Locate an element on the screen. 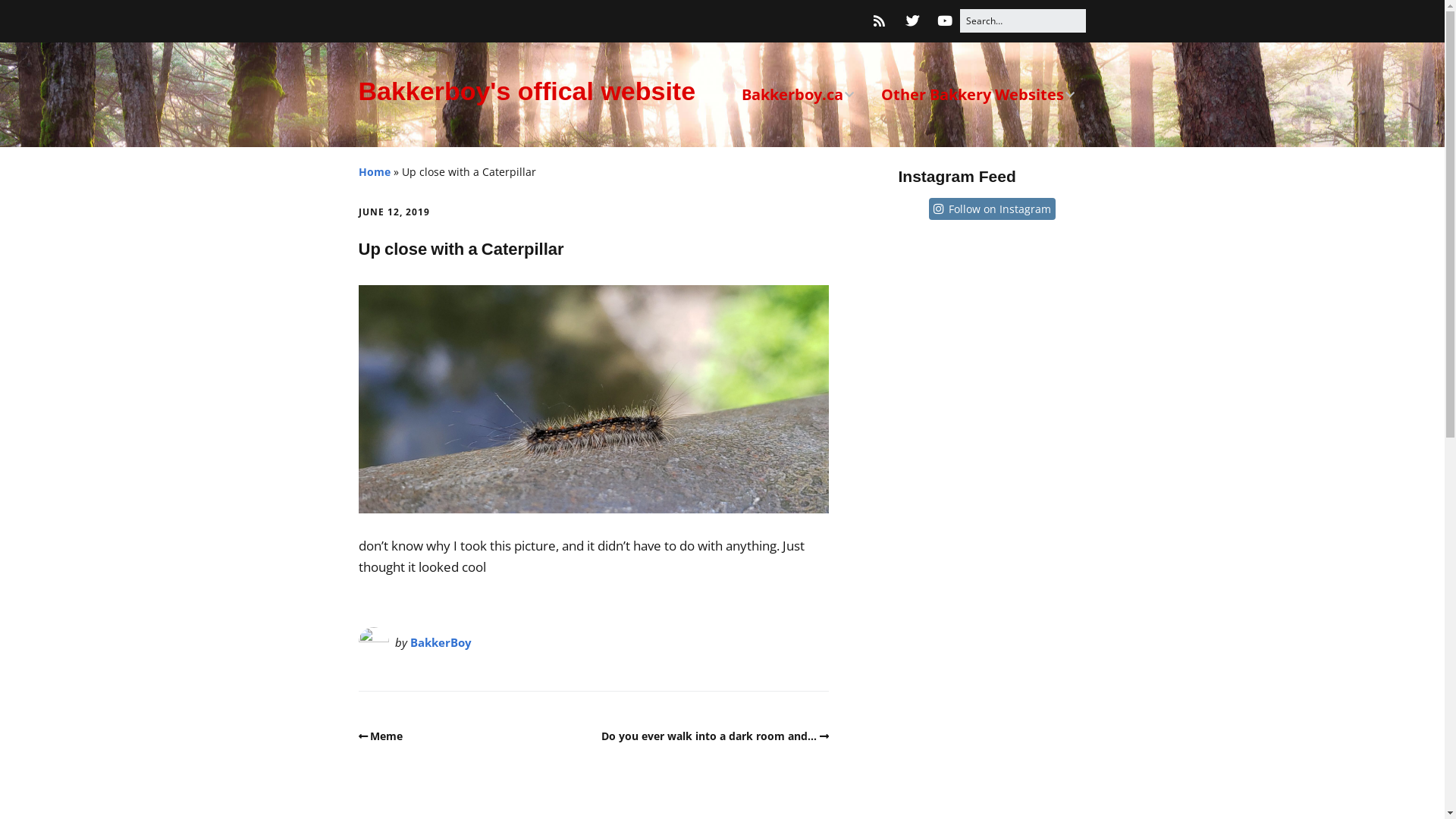 The width and height of the screenshot is (1456, 819). 'Home' is located at coordinates (374, 171).